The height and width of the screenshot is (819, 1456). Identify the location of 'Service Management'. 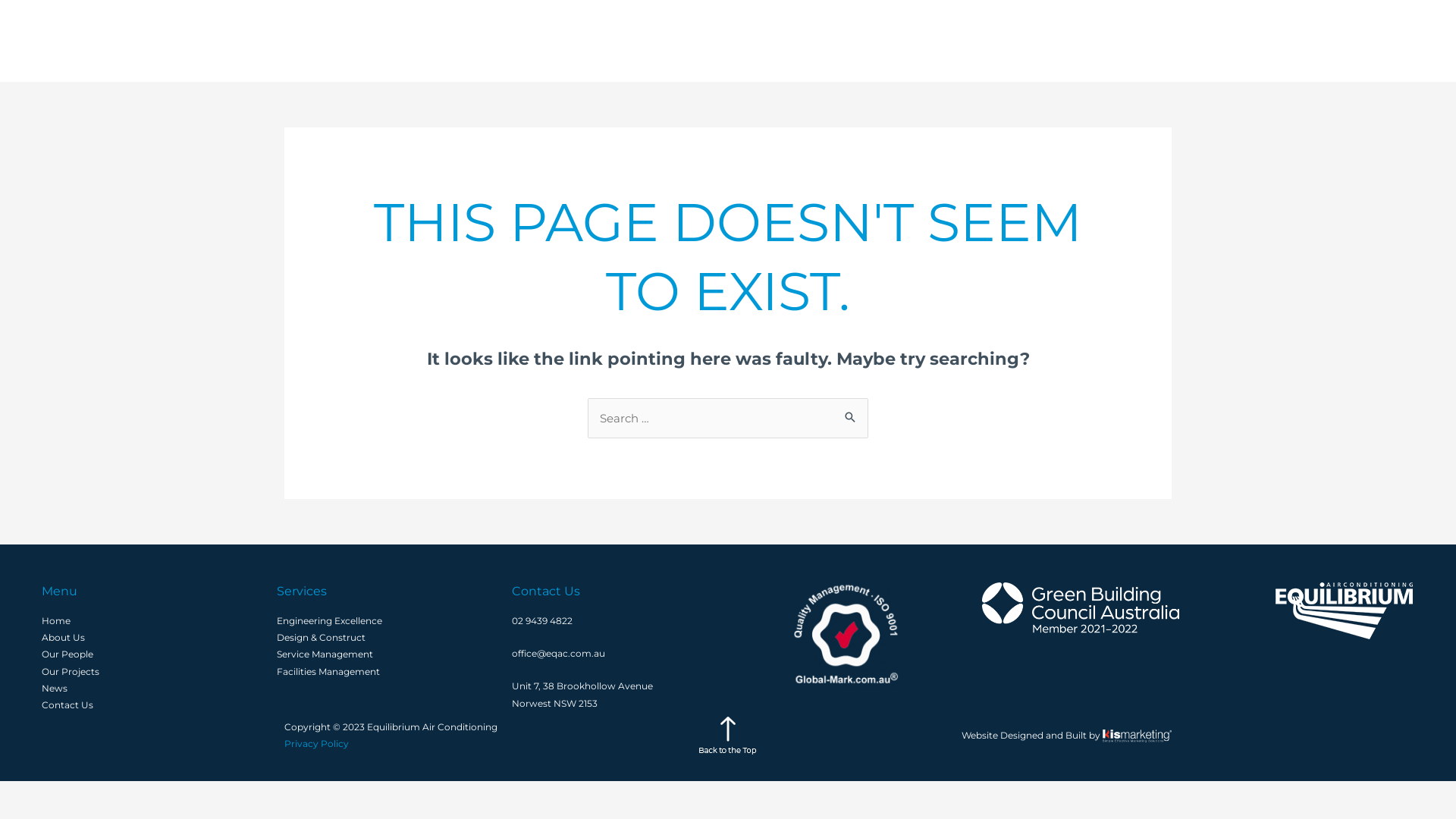
(324, 653).